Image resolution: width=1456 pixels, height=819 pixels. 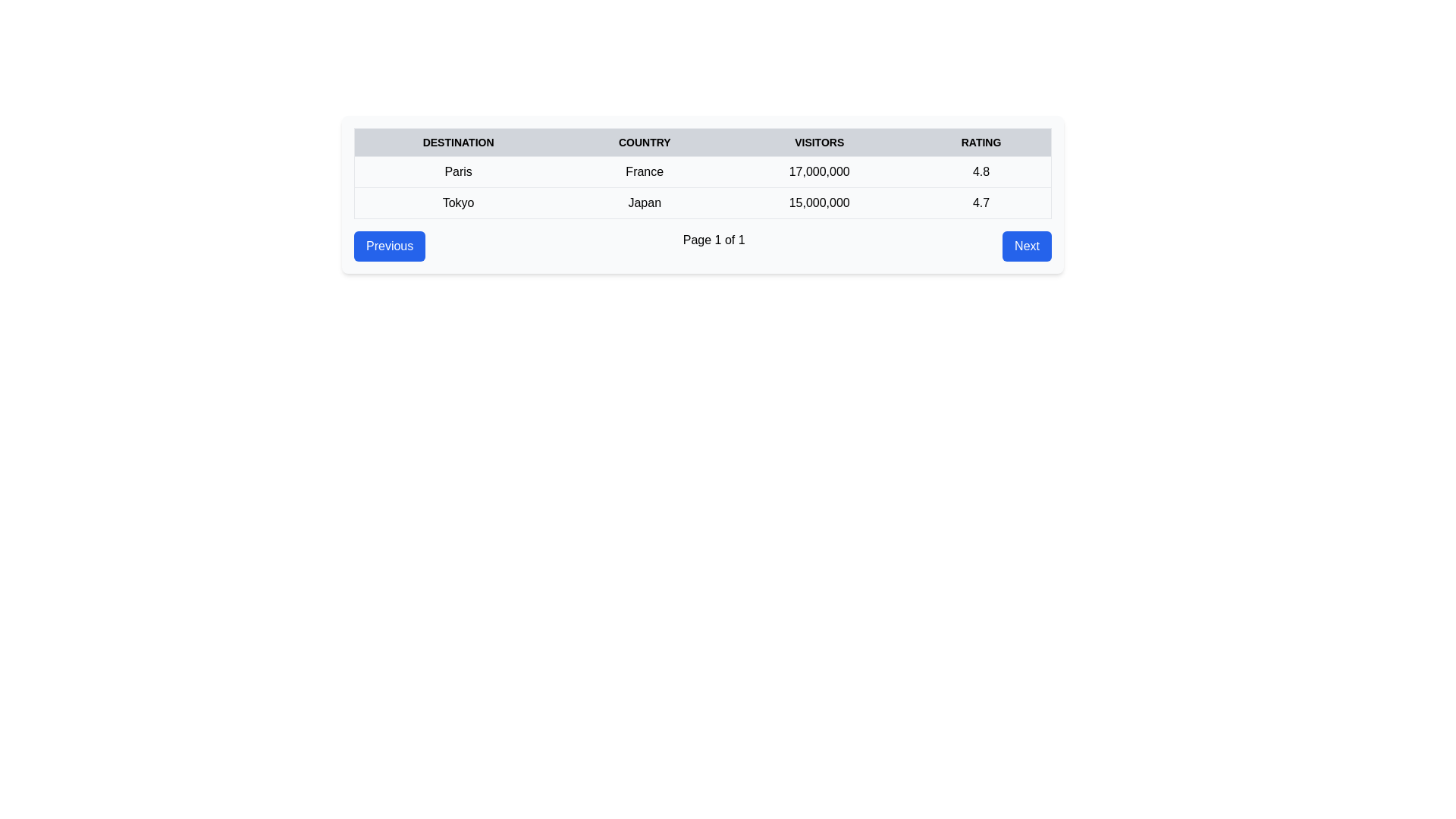 I want to click on 'Page 1 of 1' text label located in the center of the Pagination control at the bottom of the content panel, so click(x=701, y=245).